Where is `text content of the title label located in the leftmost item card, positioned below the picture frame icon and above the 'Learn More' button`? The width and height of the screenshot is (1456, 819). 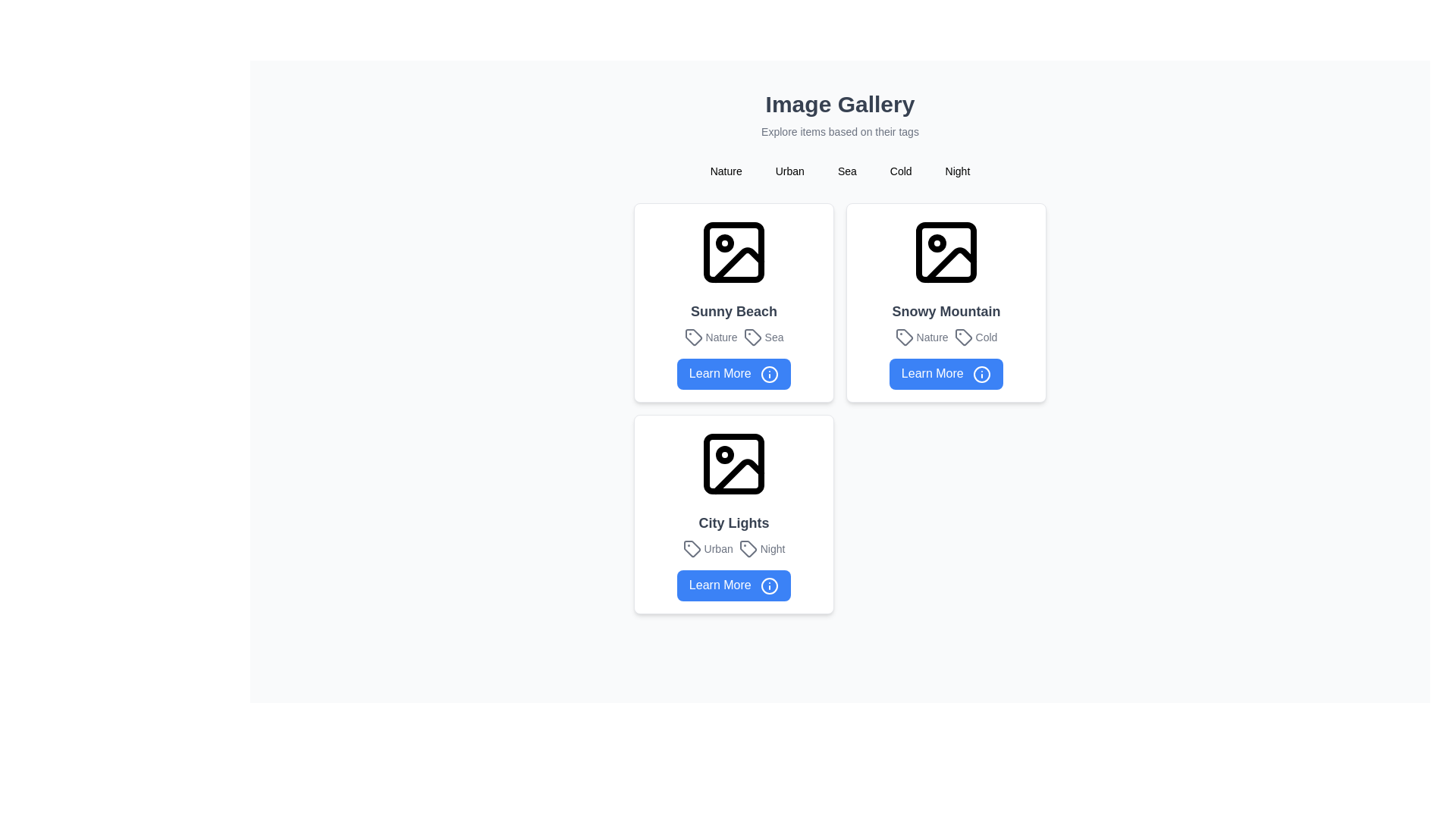
text content of the title label located in the leftmost item card, positioned below the picture frame icon and above the 'Learn More' button is located at coordinates (734, 311).